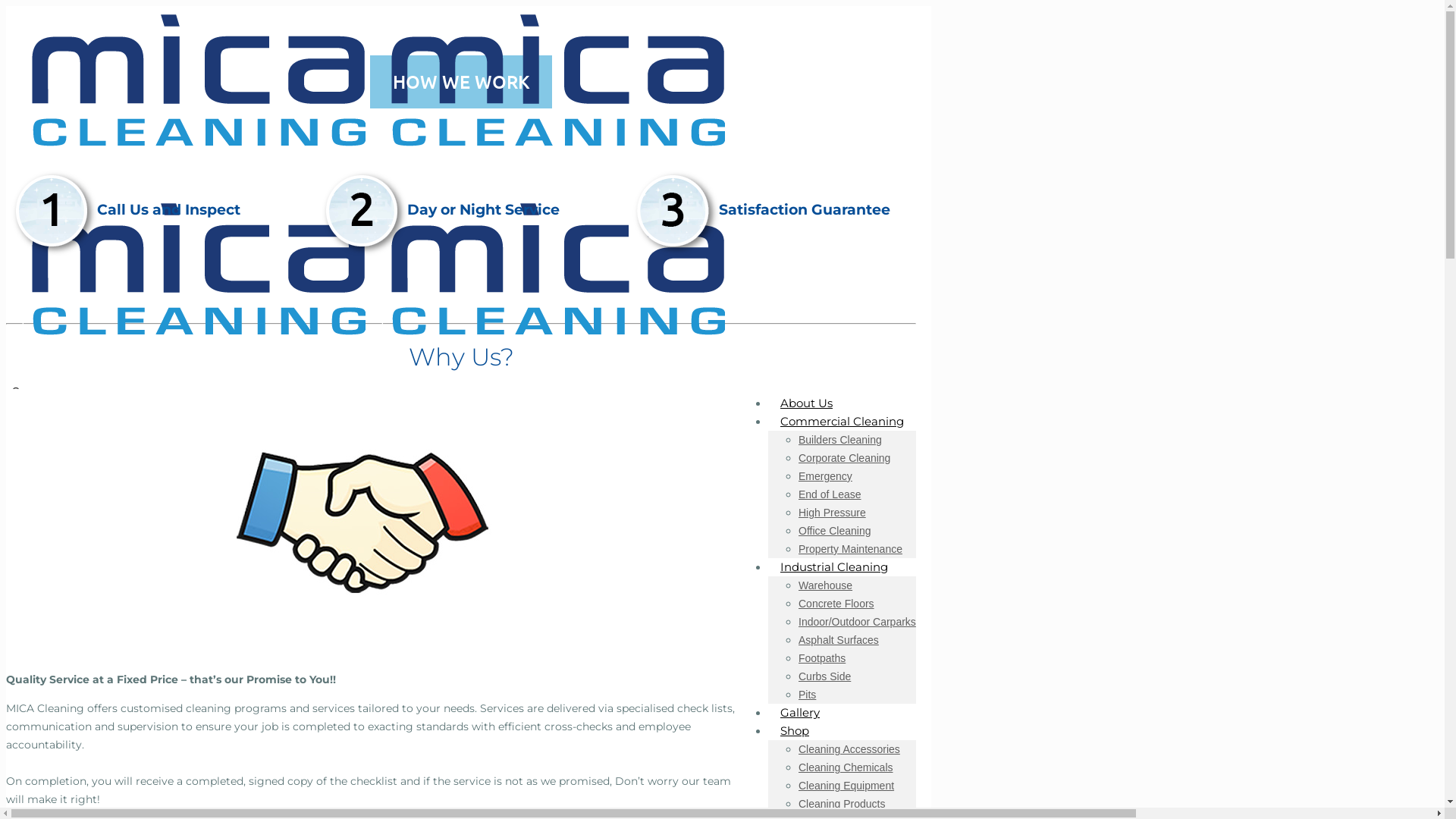  Describe the element at coordinates (460, 415) in the screenshot. I see `'0` at that location.